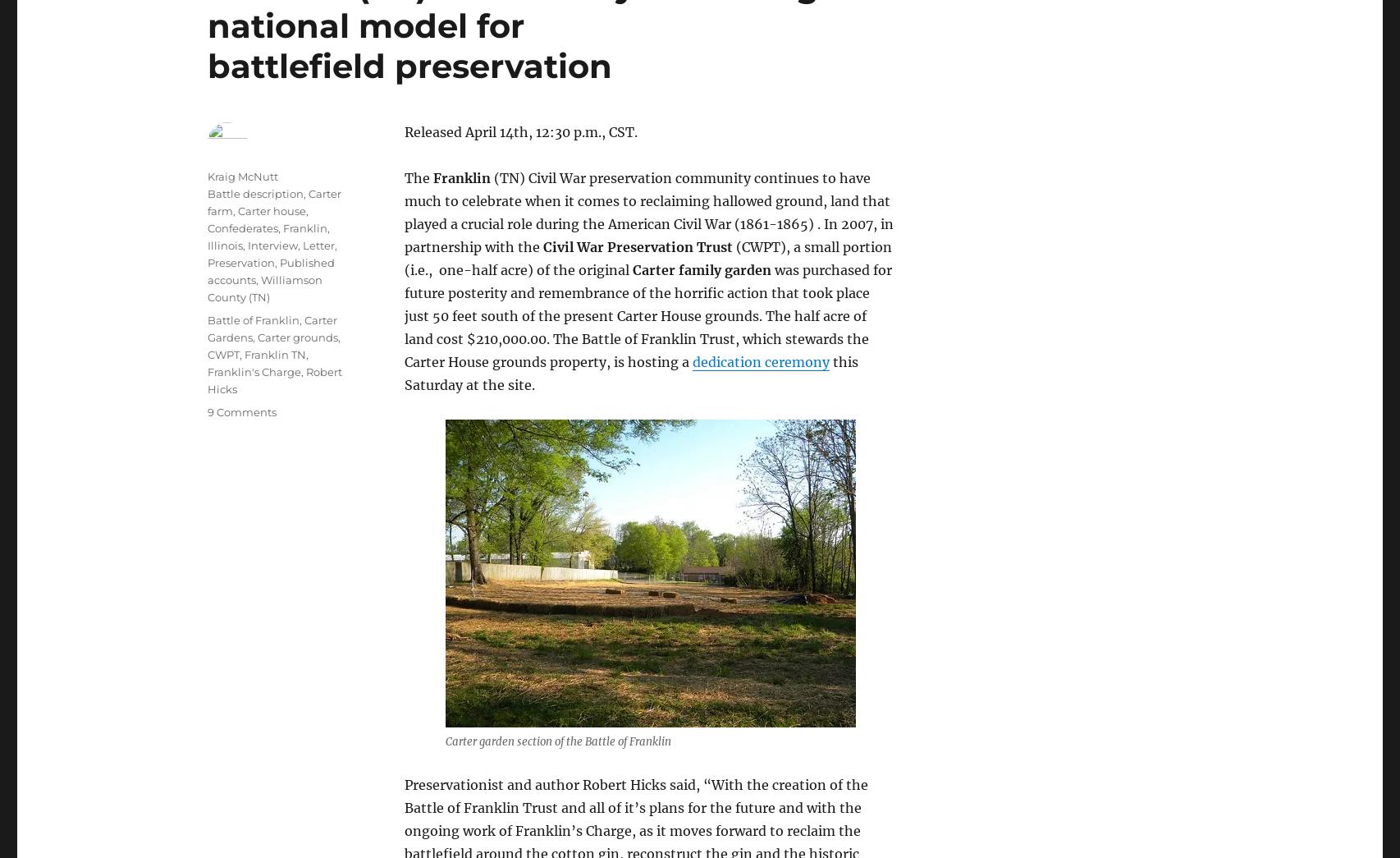  What do you see at coordinates (445, 741) in the screenshot?
I see `'Carter garden section of the Battle of Franklin'` at bounding box center [445, 741].